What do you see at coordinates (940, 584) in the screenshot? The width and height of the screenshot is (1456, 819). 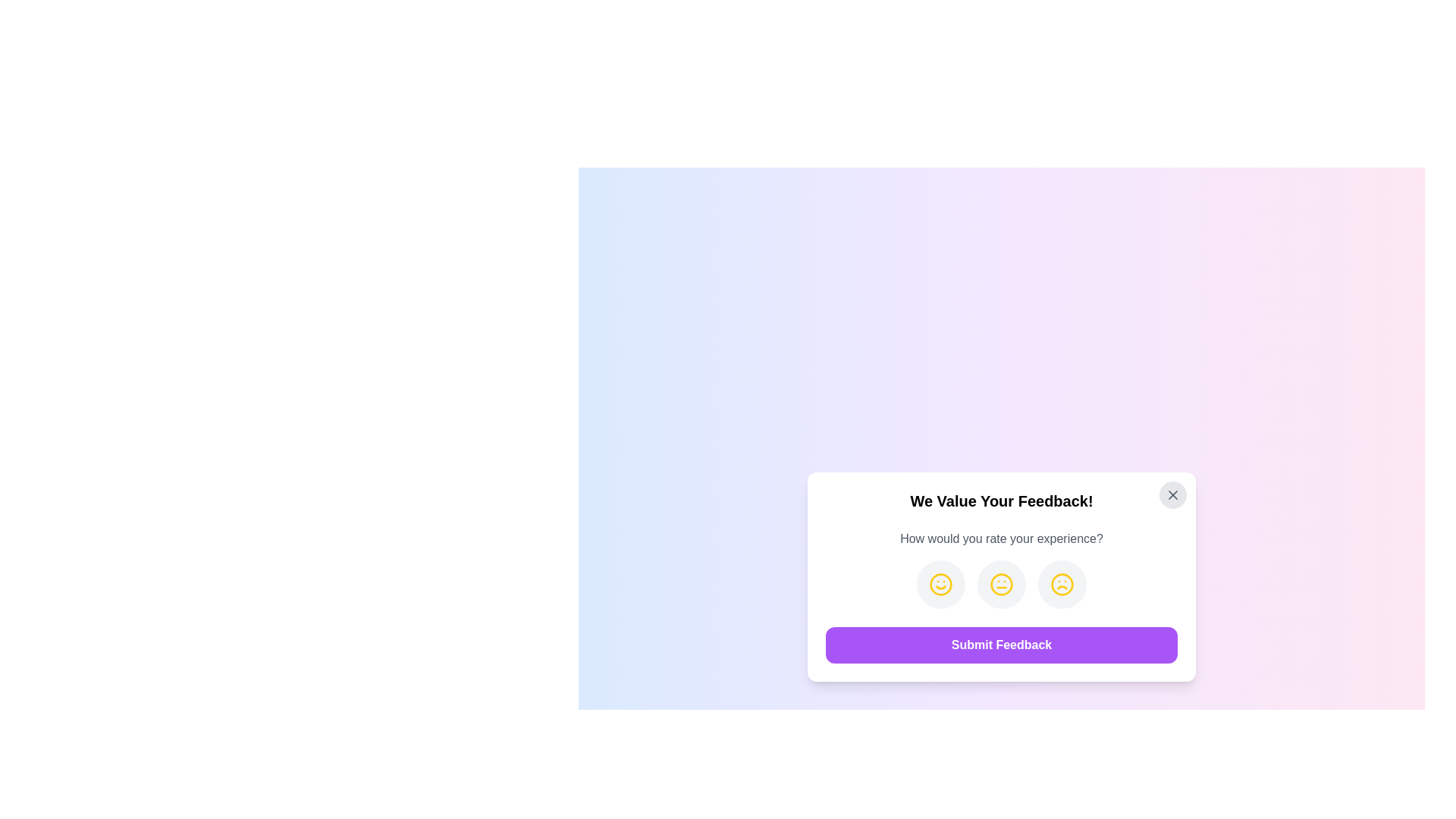 I see `the left-most interactive button with a smiley face icon` at bounding box center [940, 584].